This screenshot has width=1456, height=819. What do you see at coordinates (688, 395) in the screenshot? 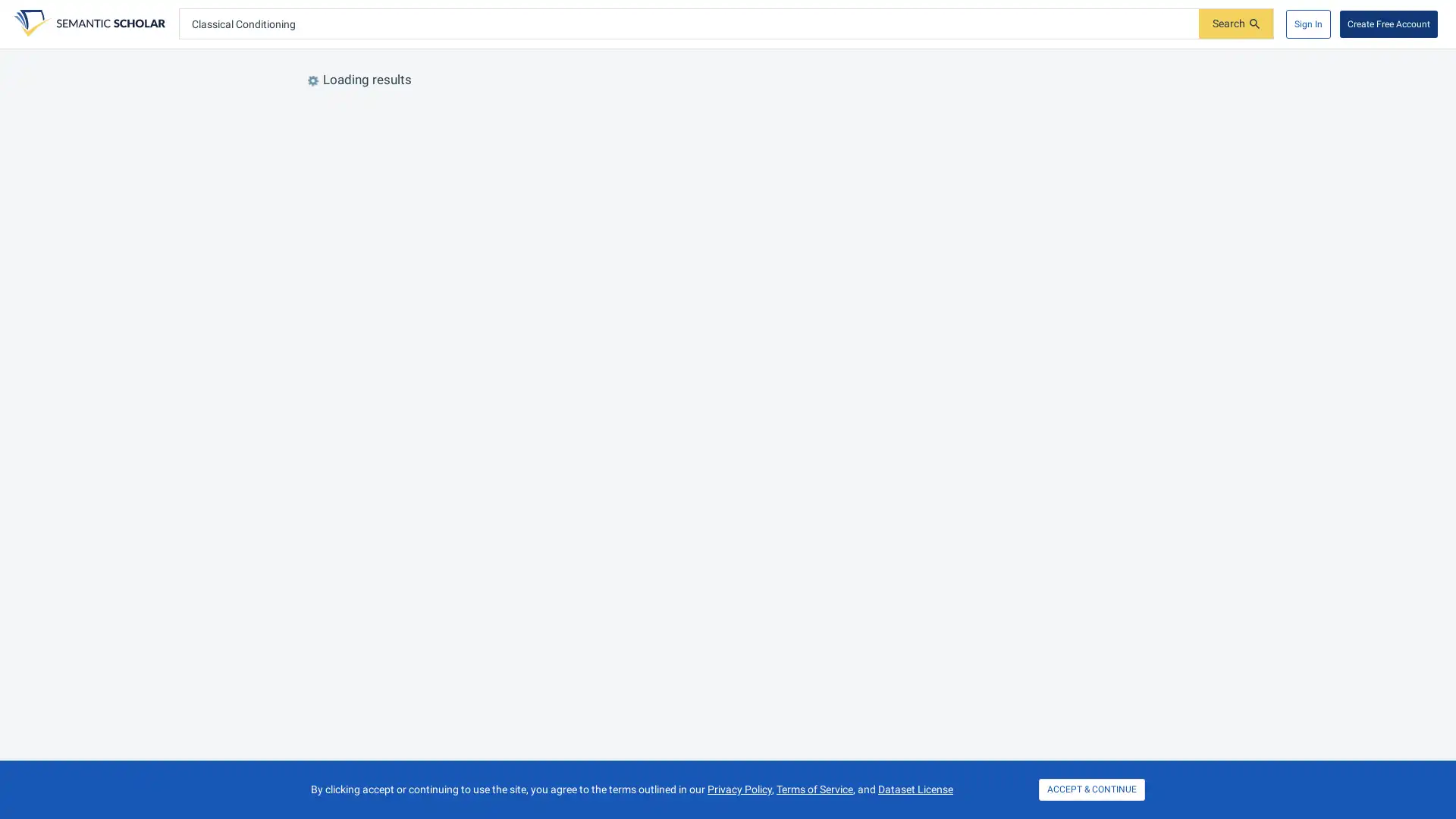
I see `Expand truncated text` at bounding box center [688, 395].